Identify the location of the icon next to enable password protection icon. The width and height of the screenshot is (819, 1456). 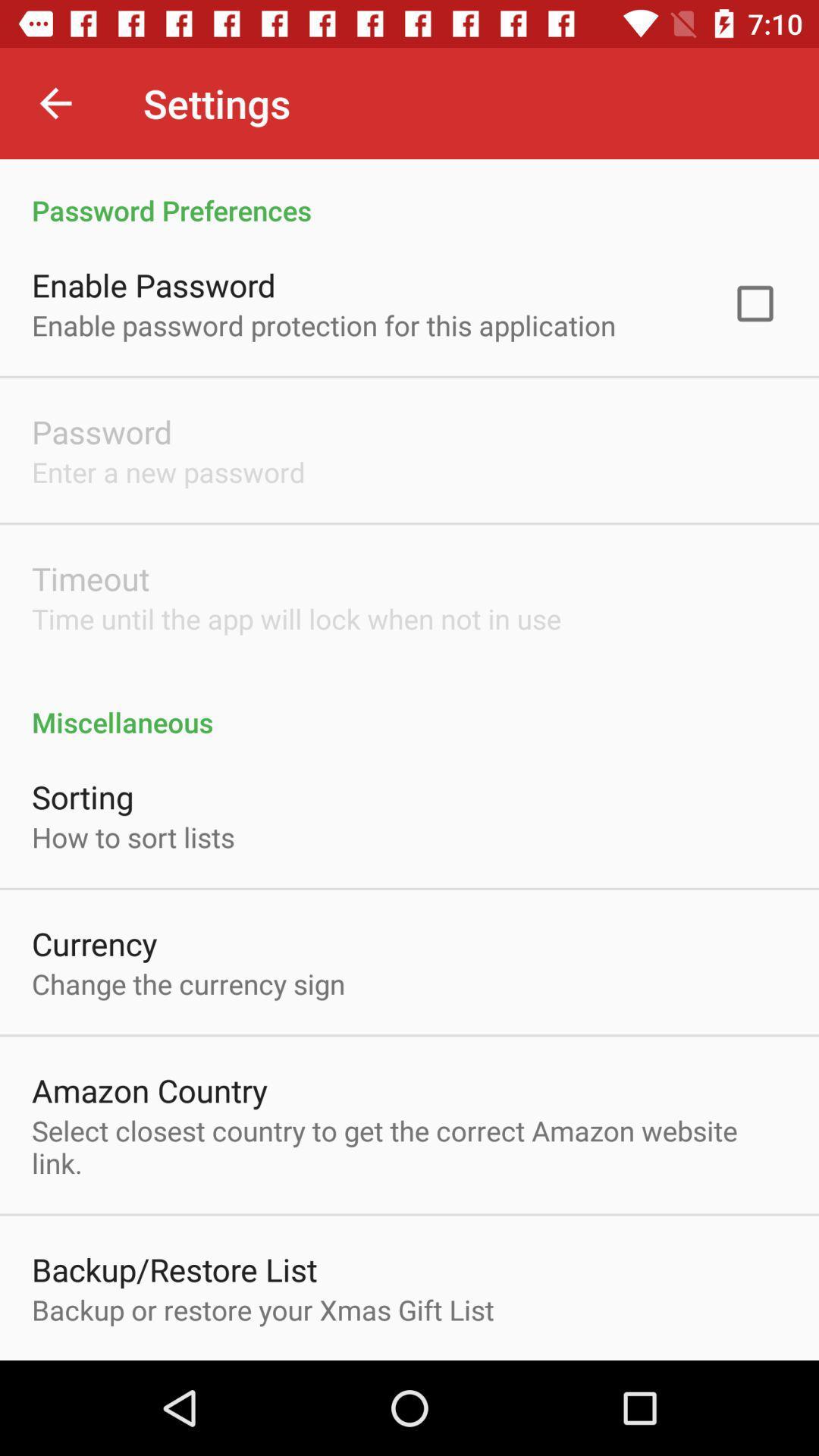
(755, 303).